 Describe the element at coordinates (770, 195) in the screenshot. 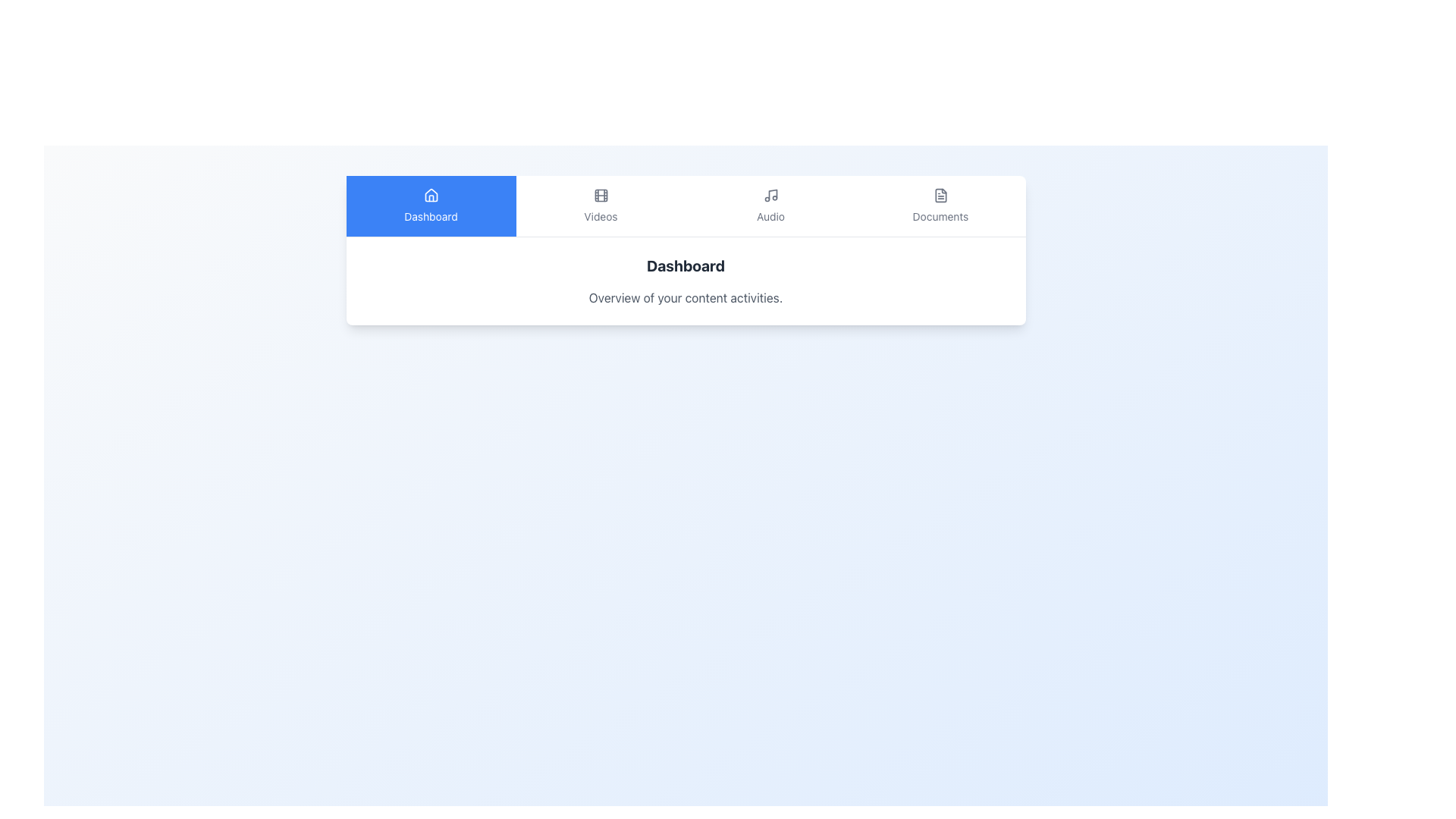

I see `the 'Audio' icon in the navigation menu` at that location.